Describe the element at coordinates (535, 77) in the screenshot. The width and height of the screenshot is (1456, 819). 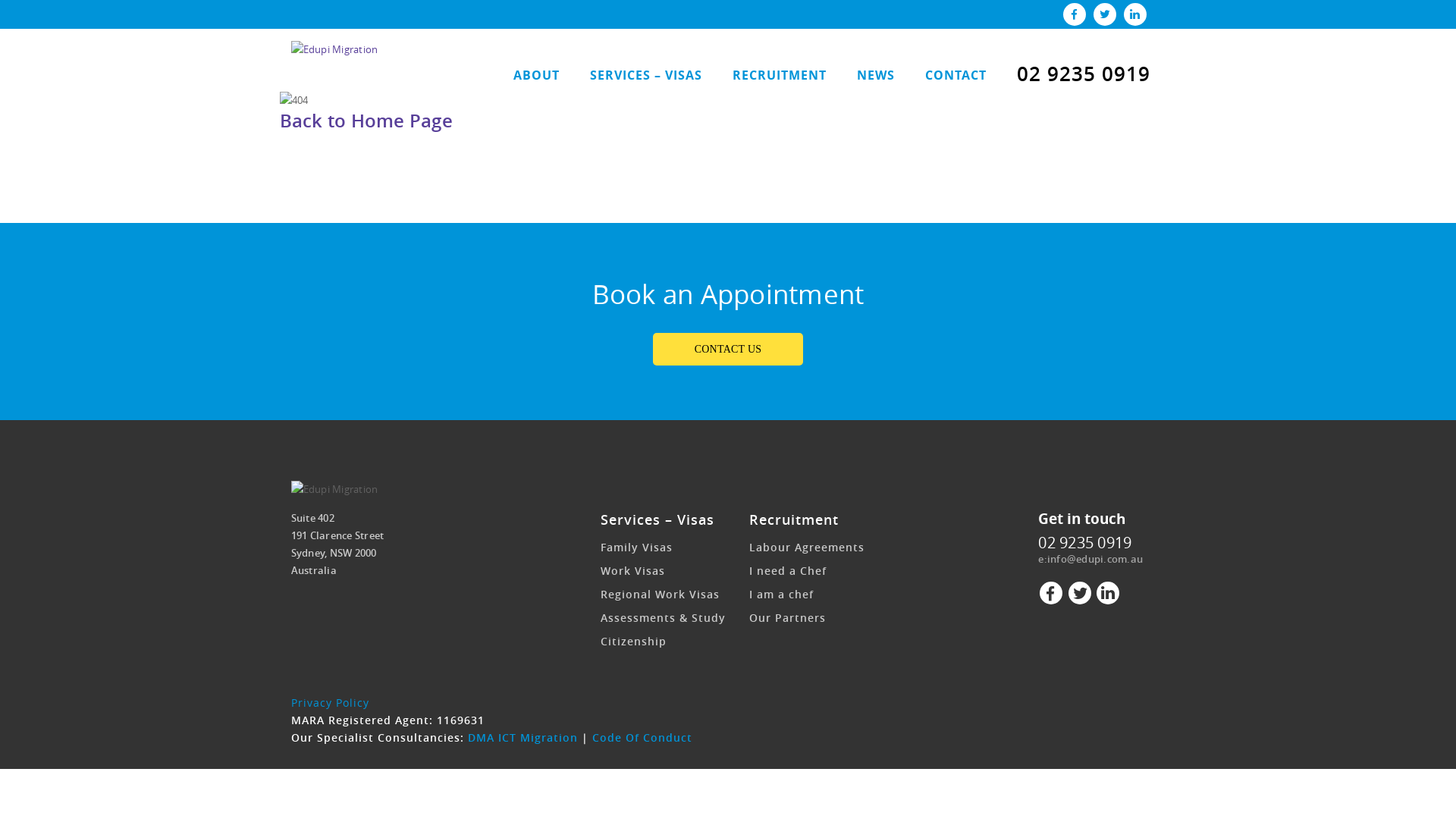
I see `'ABOUT'` at that location.